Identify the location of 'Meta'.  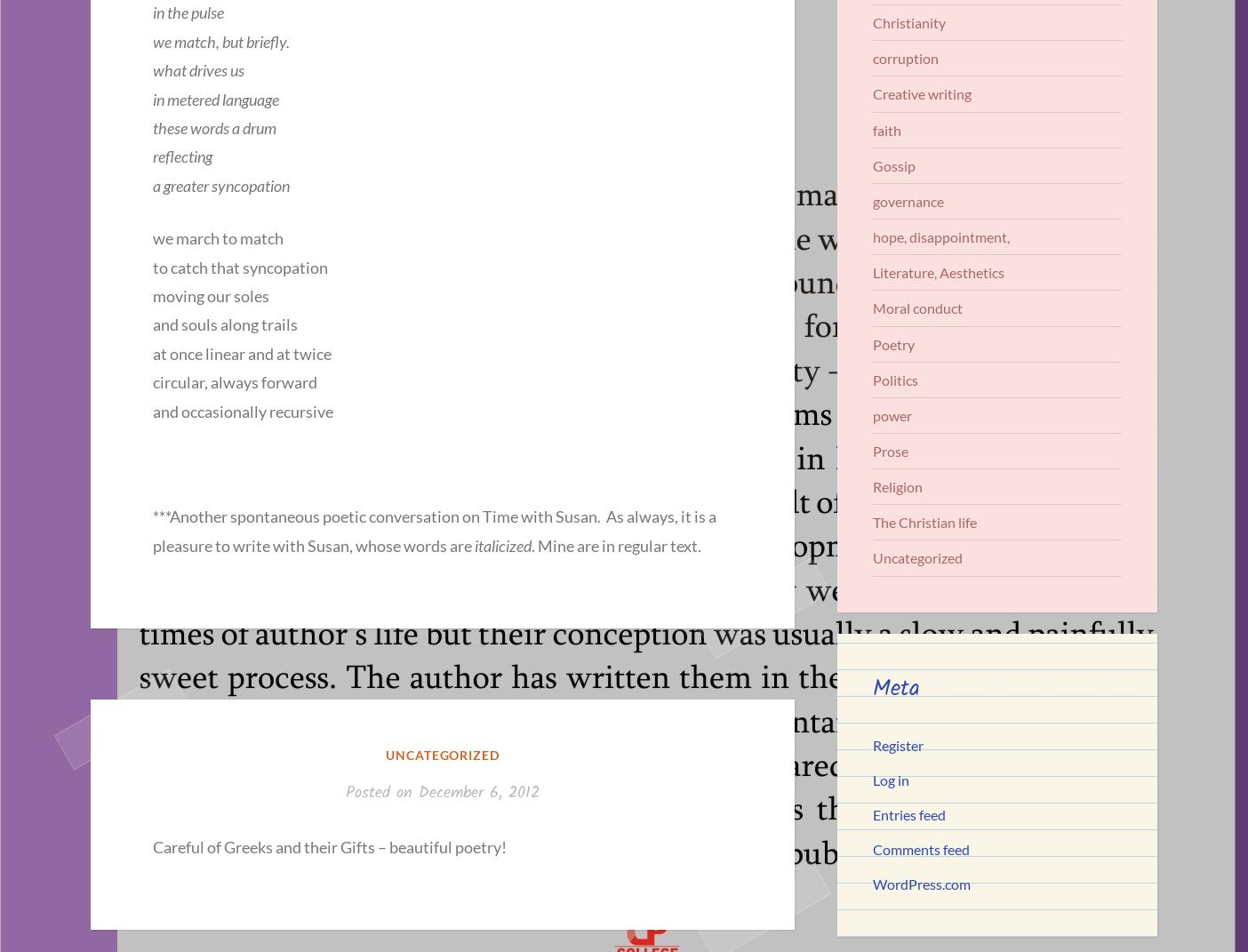
(872, 687).